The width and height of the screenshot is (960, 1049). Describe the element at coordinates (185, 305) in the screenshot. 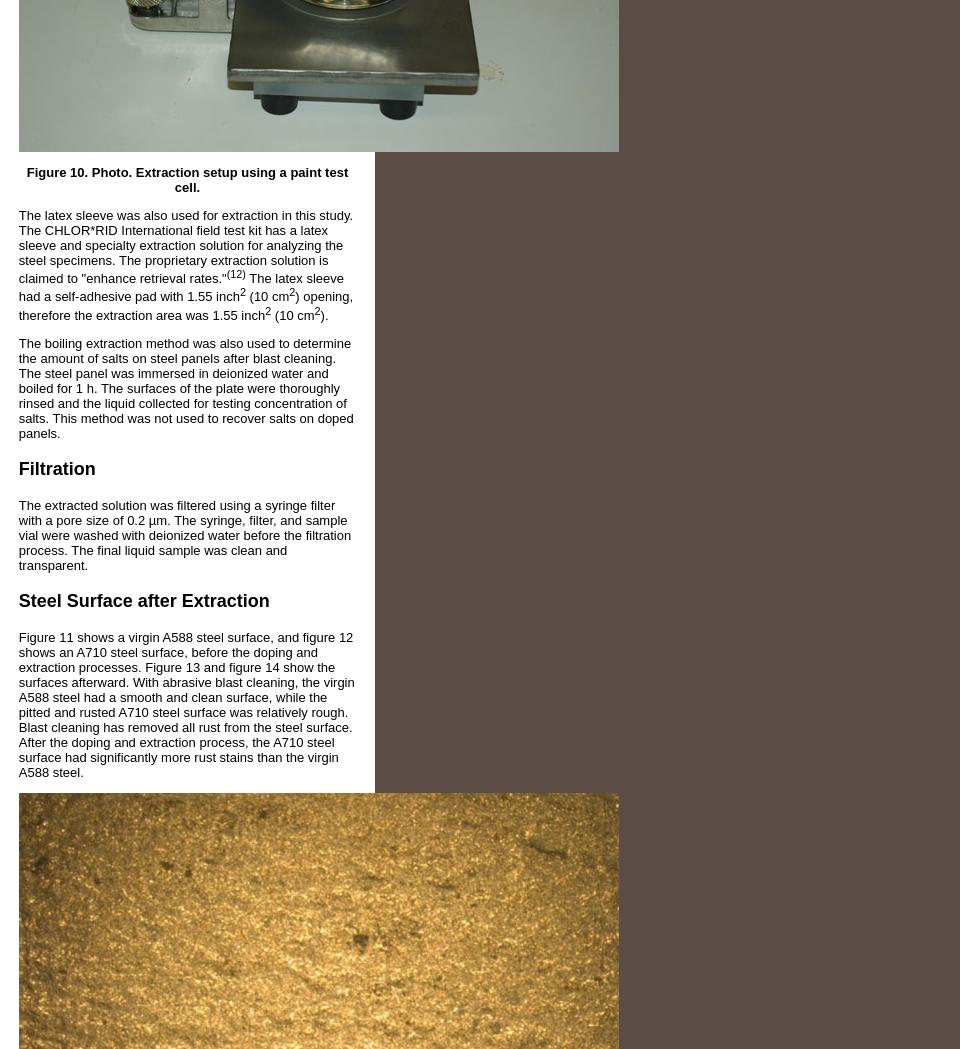

I see `') opening, therefore the extraction area was 1.55 inch'` at that location.